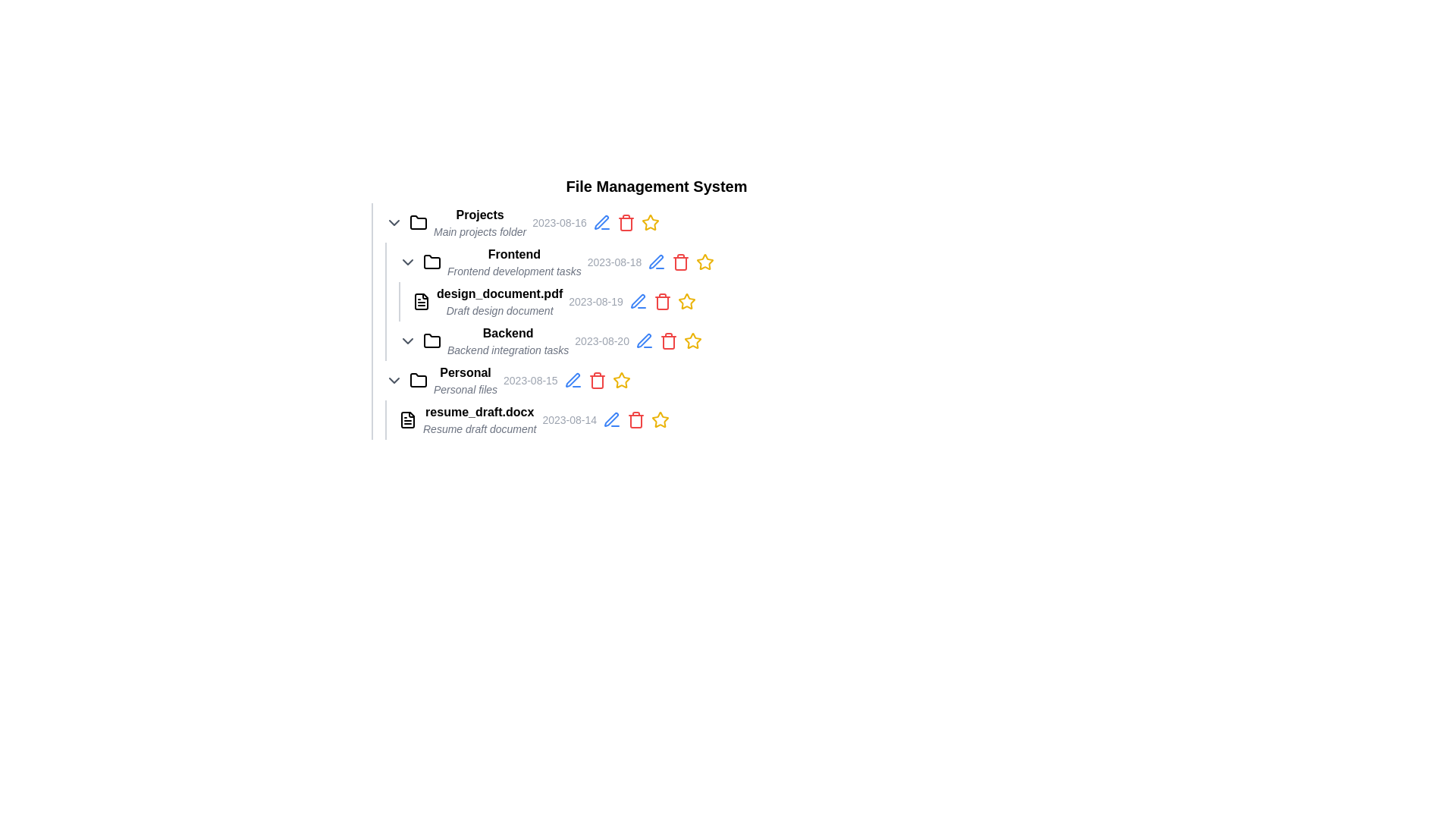 The width and height of the screenshot is (1456, 819). I want to click on the Text label that displays 'Personal' in bold and 'Personal files' in italic light gray, located under the 'Backend' folder and above 'resume_draft.docx', so click(465, 379).